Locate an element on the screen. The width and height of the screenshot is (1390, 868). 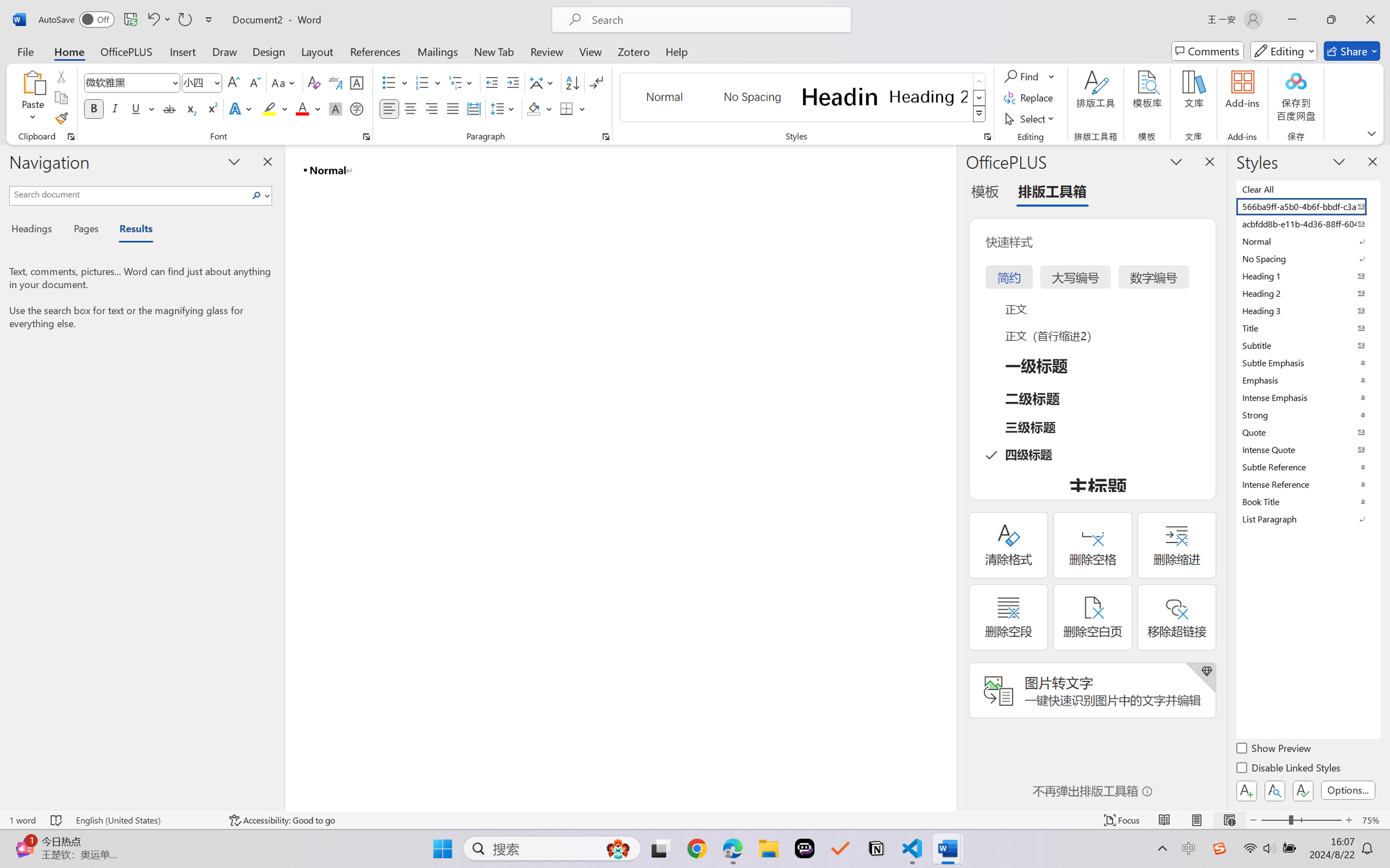
'Home' is located at coordinates (69, 51).